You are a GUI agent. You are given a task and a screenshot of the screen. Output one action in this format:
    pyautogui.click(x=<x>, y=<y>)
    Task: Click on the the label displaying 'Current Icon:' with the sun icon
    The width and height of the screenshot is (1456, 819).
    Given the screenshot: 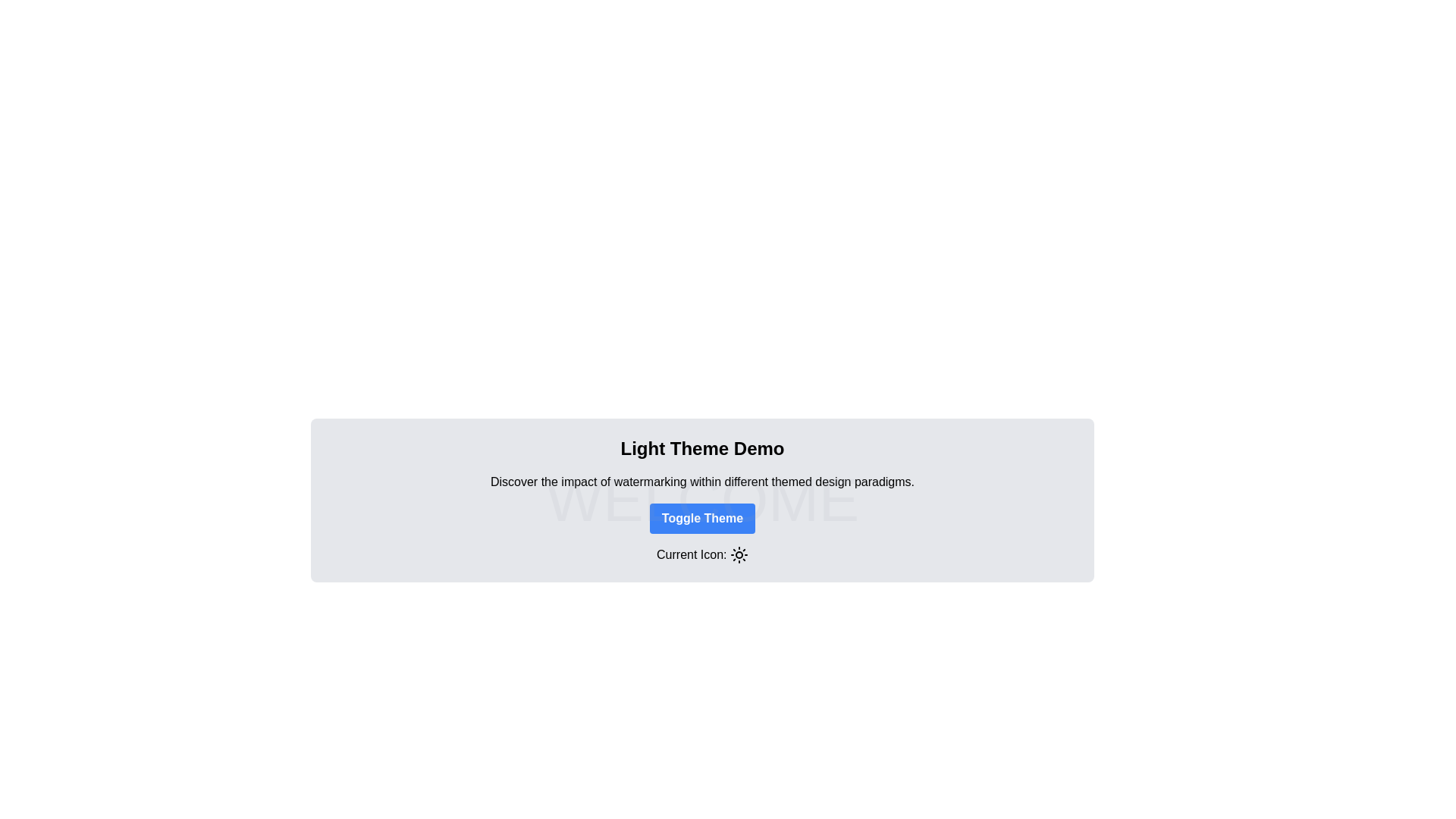 What is the action you would take?
    pyautogui.click(x=701, y=554)
    